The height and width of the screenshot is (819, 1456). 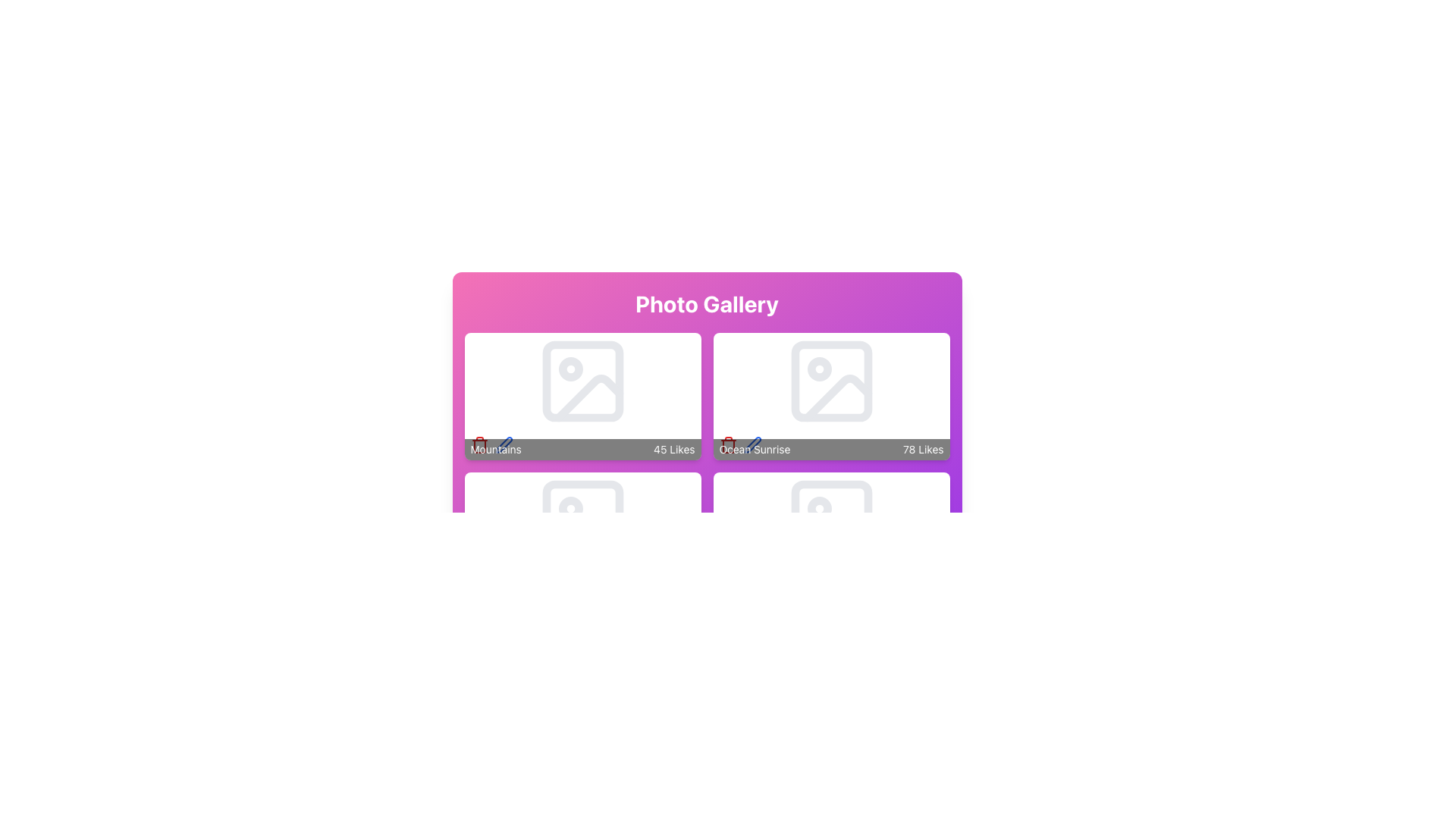 I want to click on the small solid circle located in the lower-middle section of the image frame, which represents an image placeholder, so click(x=570, y=509).